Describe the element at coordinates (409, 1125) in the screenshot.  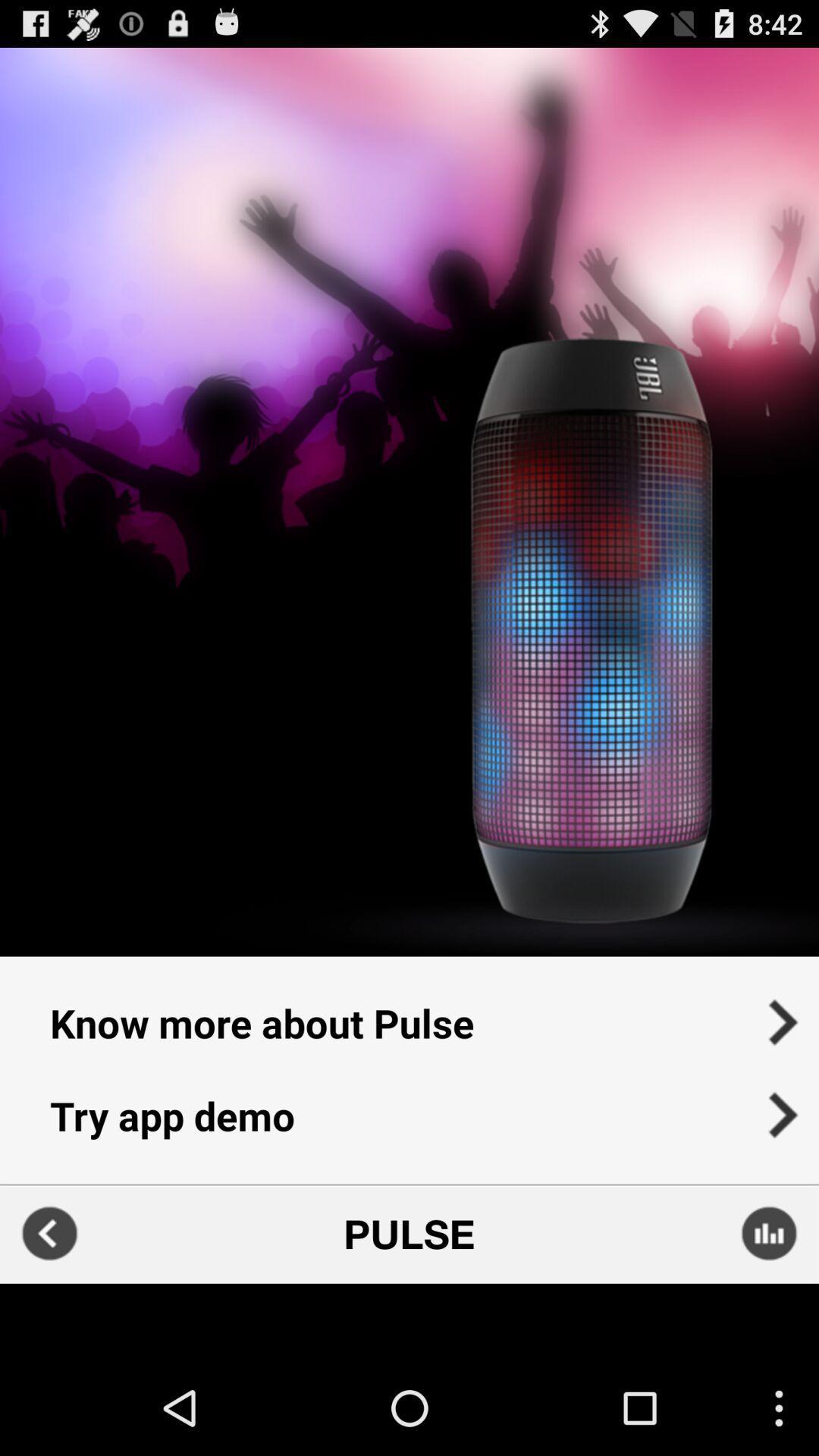
I see `try app demo` at that location.